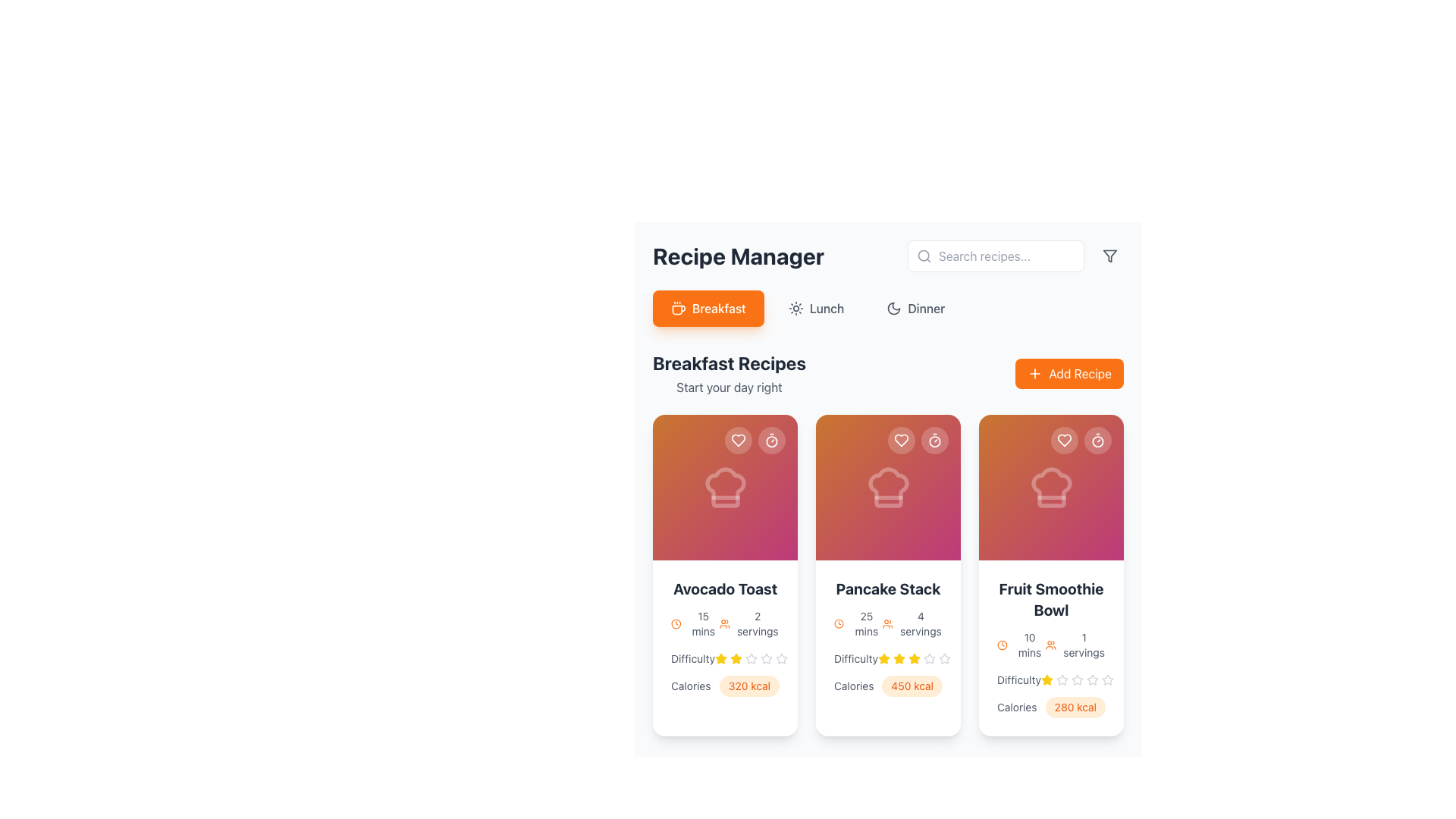  What do you see at coordinates (888, 488) in the screenshot?
I see `the Decorative visual panel representing a recipe category located at the top section of the second card in the 'Breakfast Recipes' list` at bounding box center [888, 488].